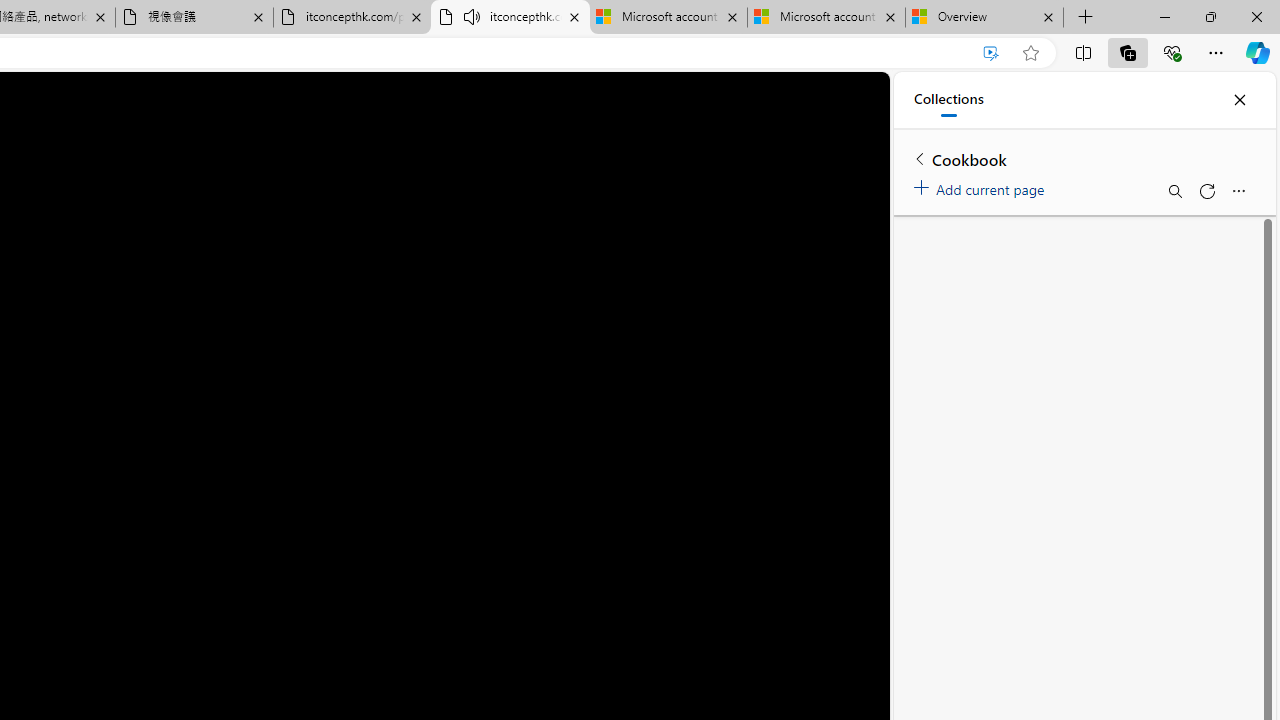 The image size is (1280, 720). I want to click on 'Mute tab', so click(470, 16).